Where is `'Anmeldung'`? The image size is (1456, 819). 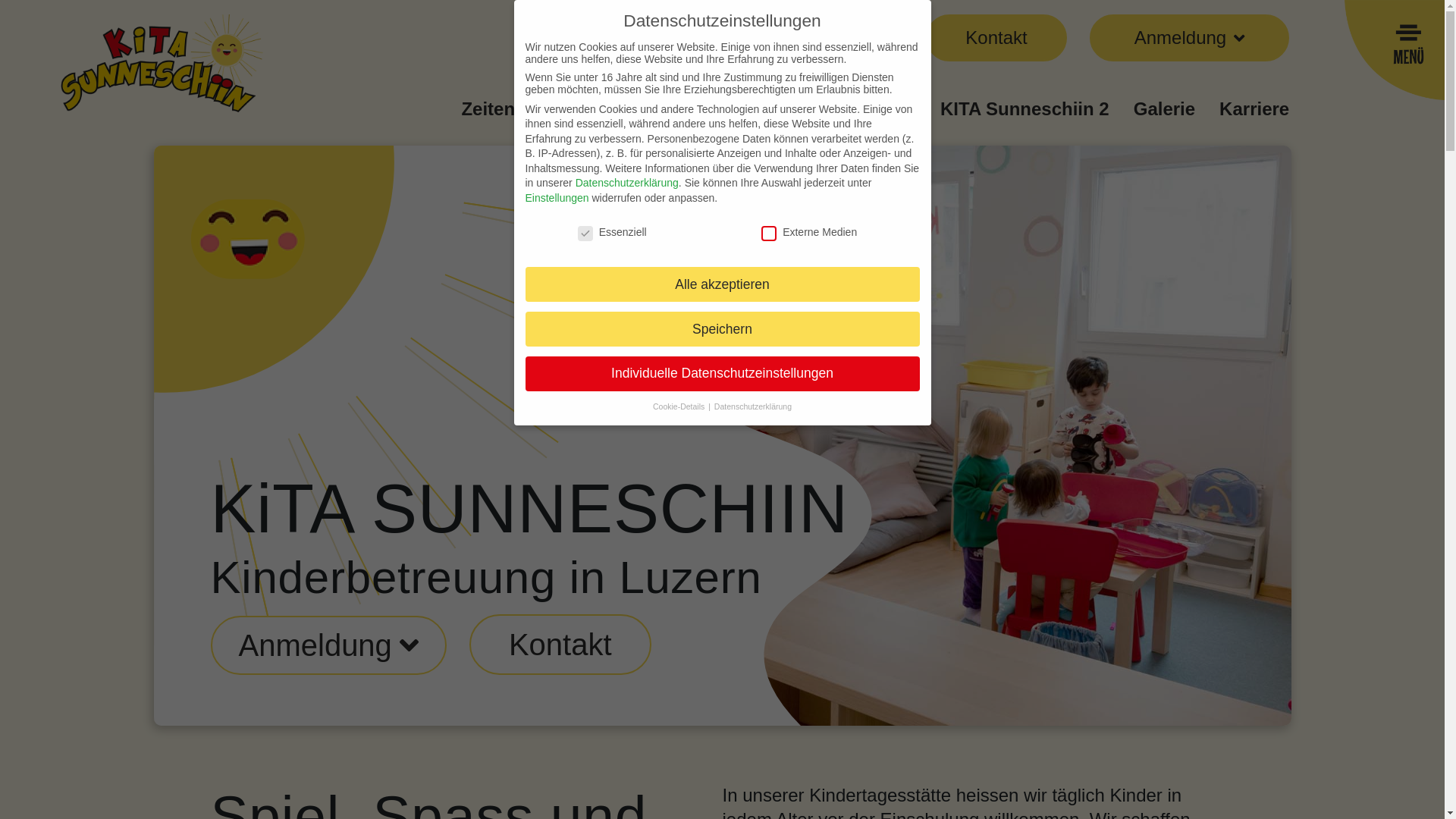
'Anmeldung' is located at coordinates (237, 645).